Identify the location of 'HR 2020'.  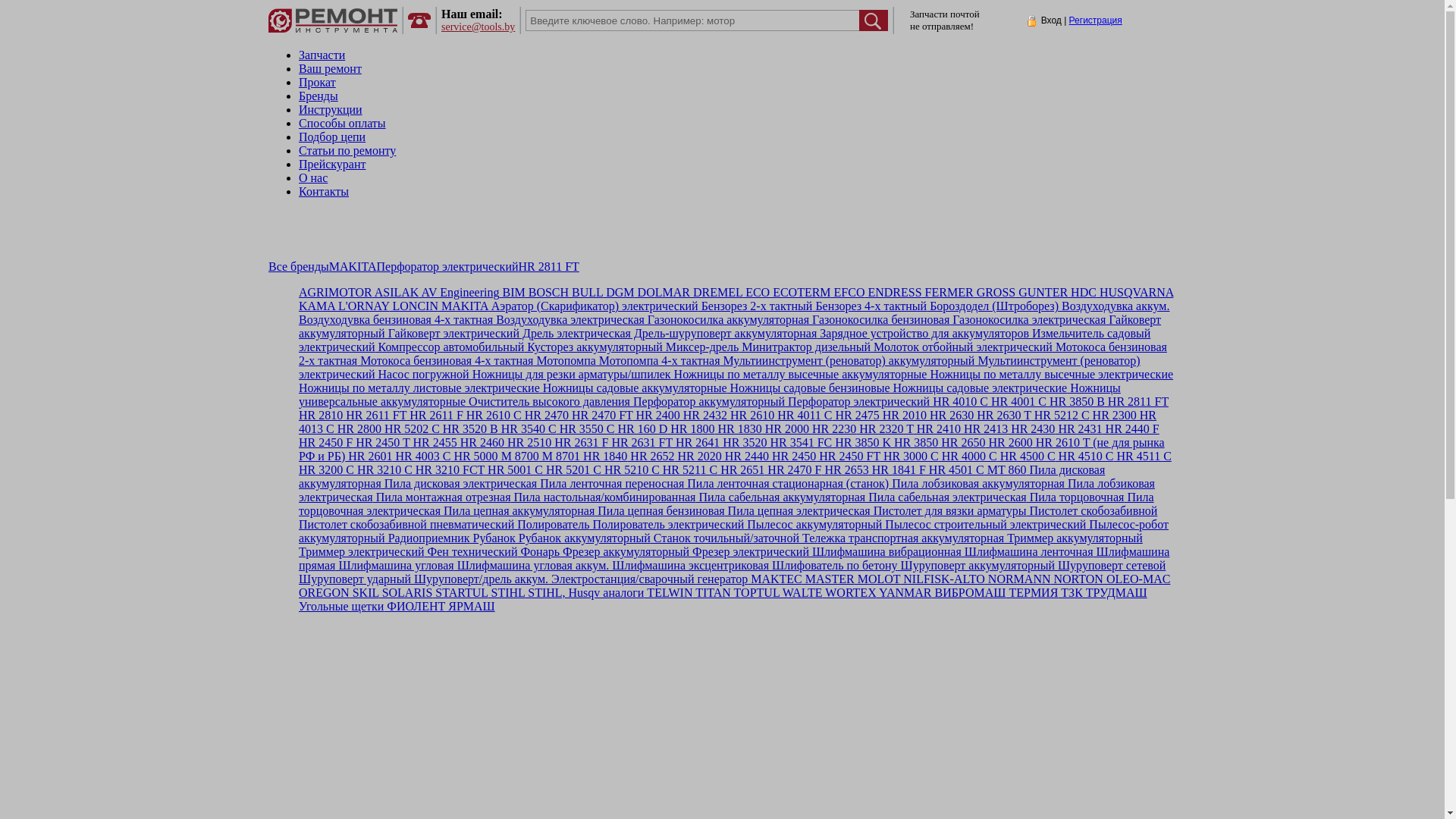
(698, 455).